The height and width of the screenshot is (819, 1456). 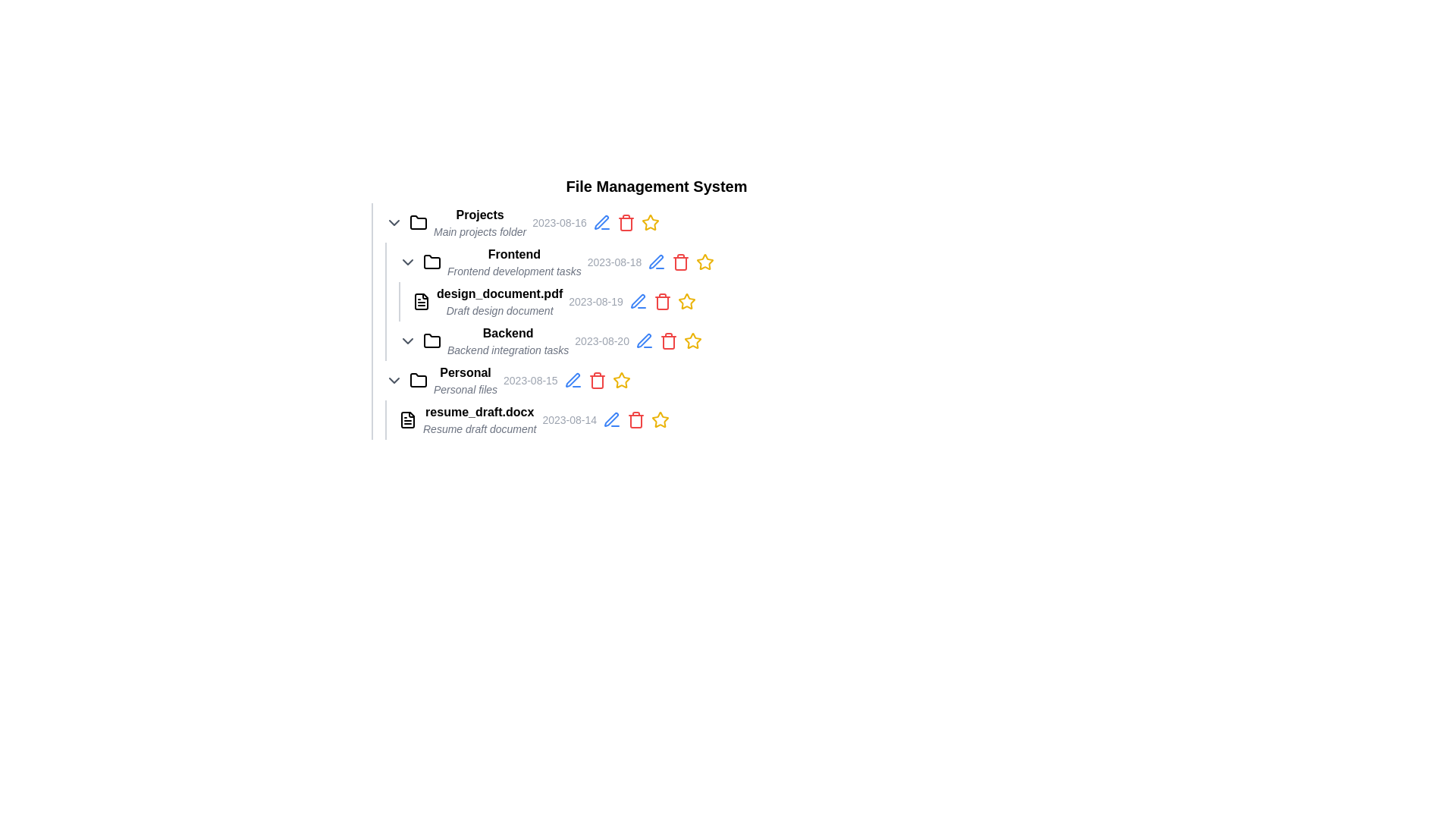 What do you see at coordinates (431, 341) in the screenshot?
I see `the folder icon located to the left of the text 'Backend'` at bounding box center [431, 341].